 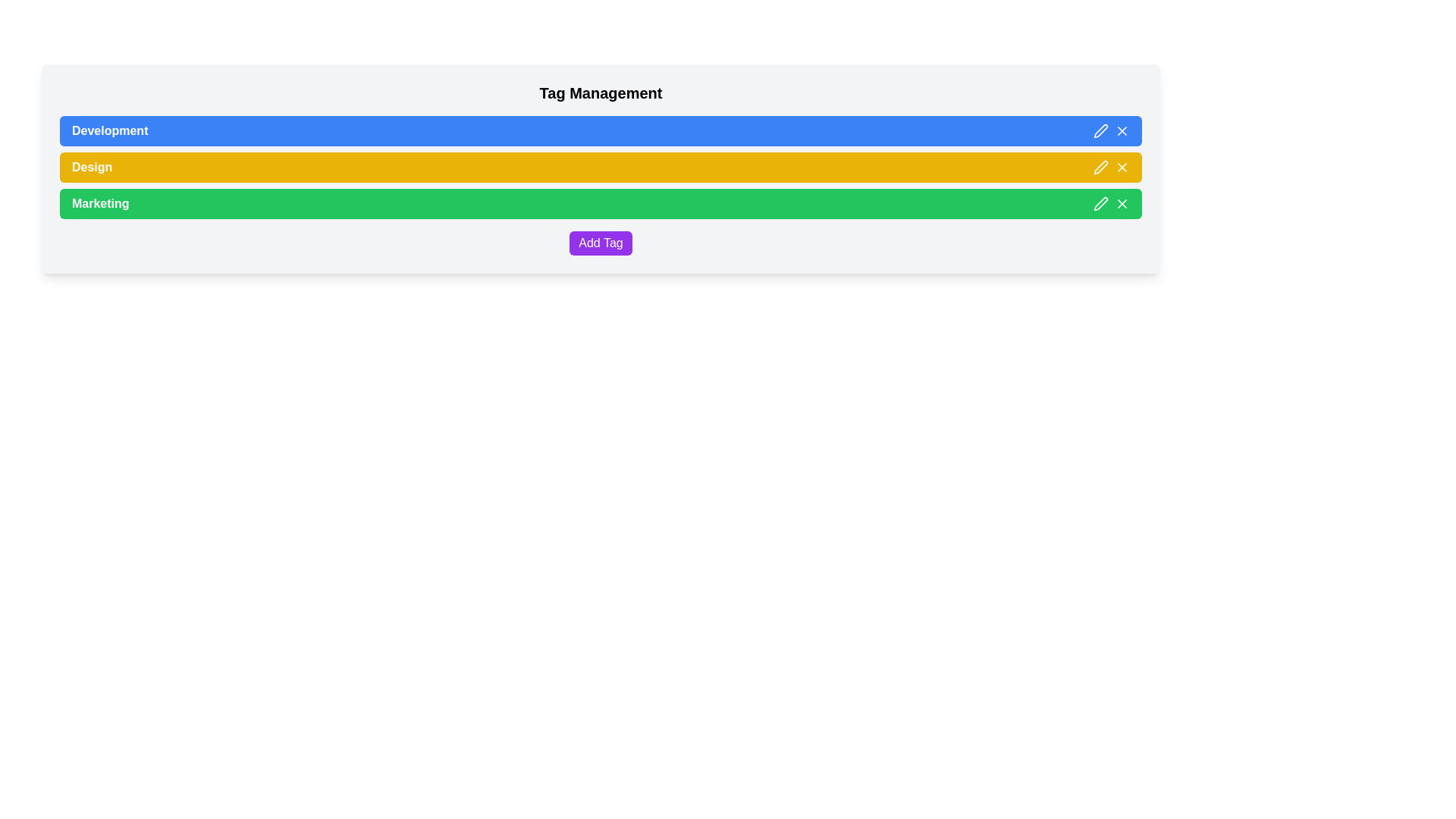 I want to click on the close icon button located in the top-right corner of the yellow 'Design' tag panel, so click(x=1122, y=167).